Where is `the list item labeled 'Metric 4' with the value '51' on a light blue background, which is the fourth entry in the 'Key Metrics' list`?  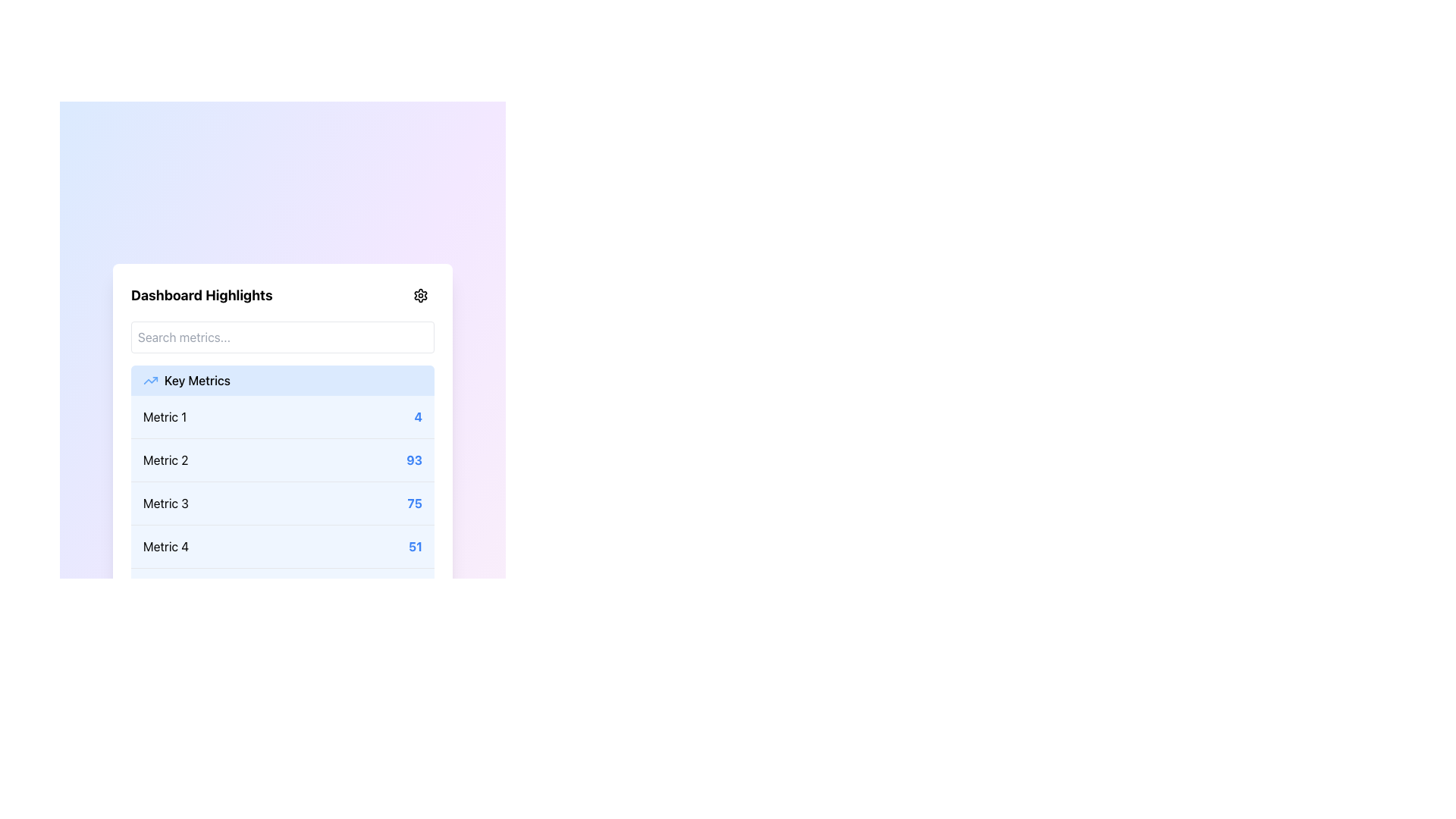
the list item labeled 'Metric 4' with the value '51' on a light blue background, which is the fourth entry in the 'Key Metrics' list is located at coordinates (283, 546).